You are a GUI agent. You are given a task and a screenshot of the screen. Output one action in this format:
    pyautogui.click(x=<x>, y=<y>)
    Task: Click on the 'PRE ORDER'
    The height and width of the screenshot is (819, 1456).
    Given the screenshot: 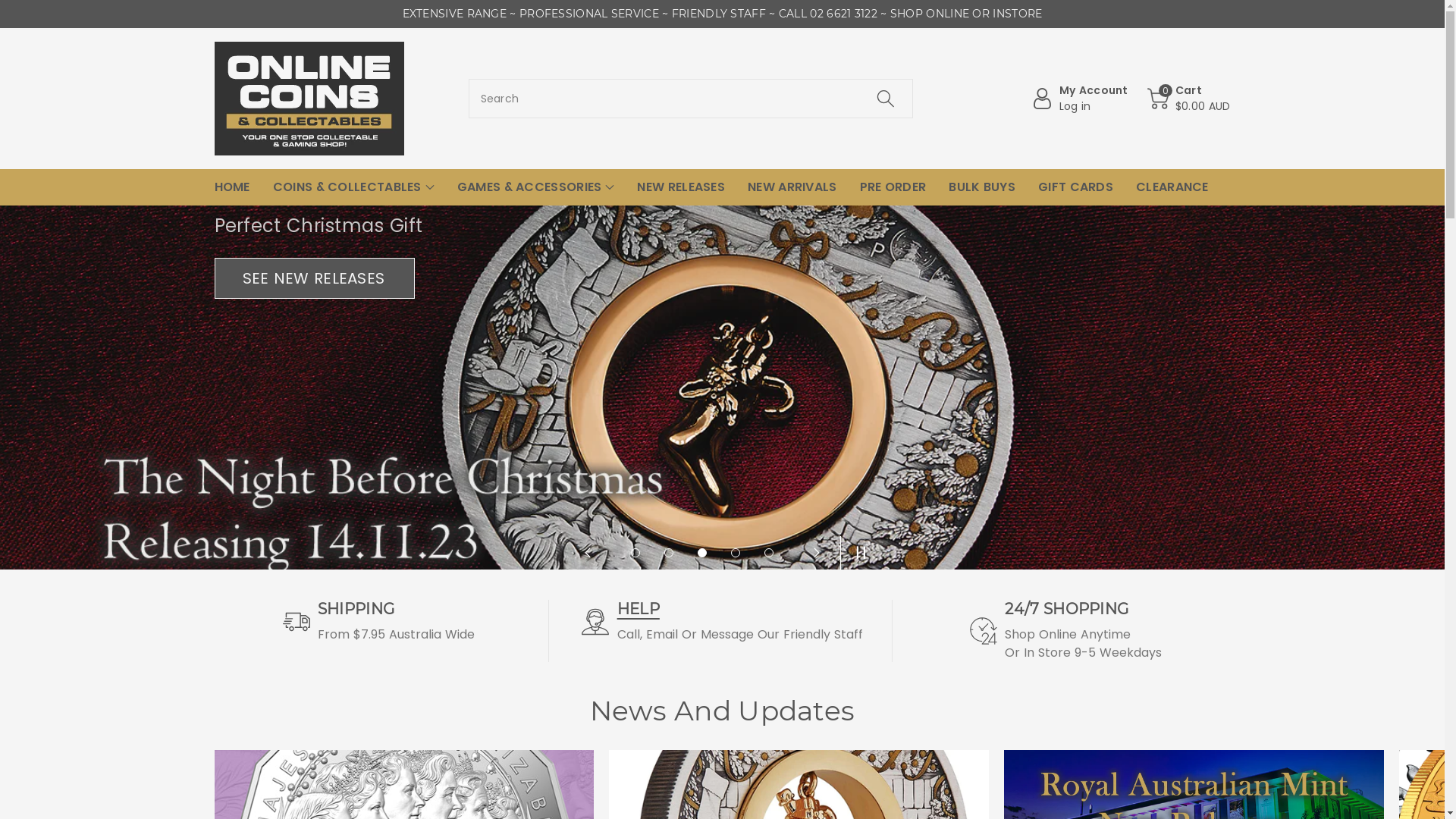 What is the action you would take?
    pyautogui.click(x=893, y=186)
    